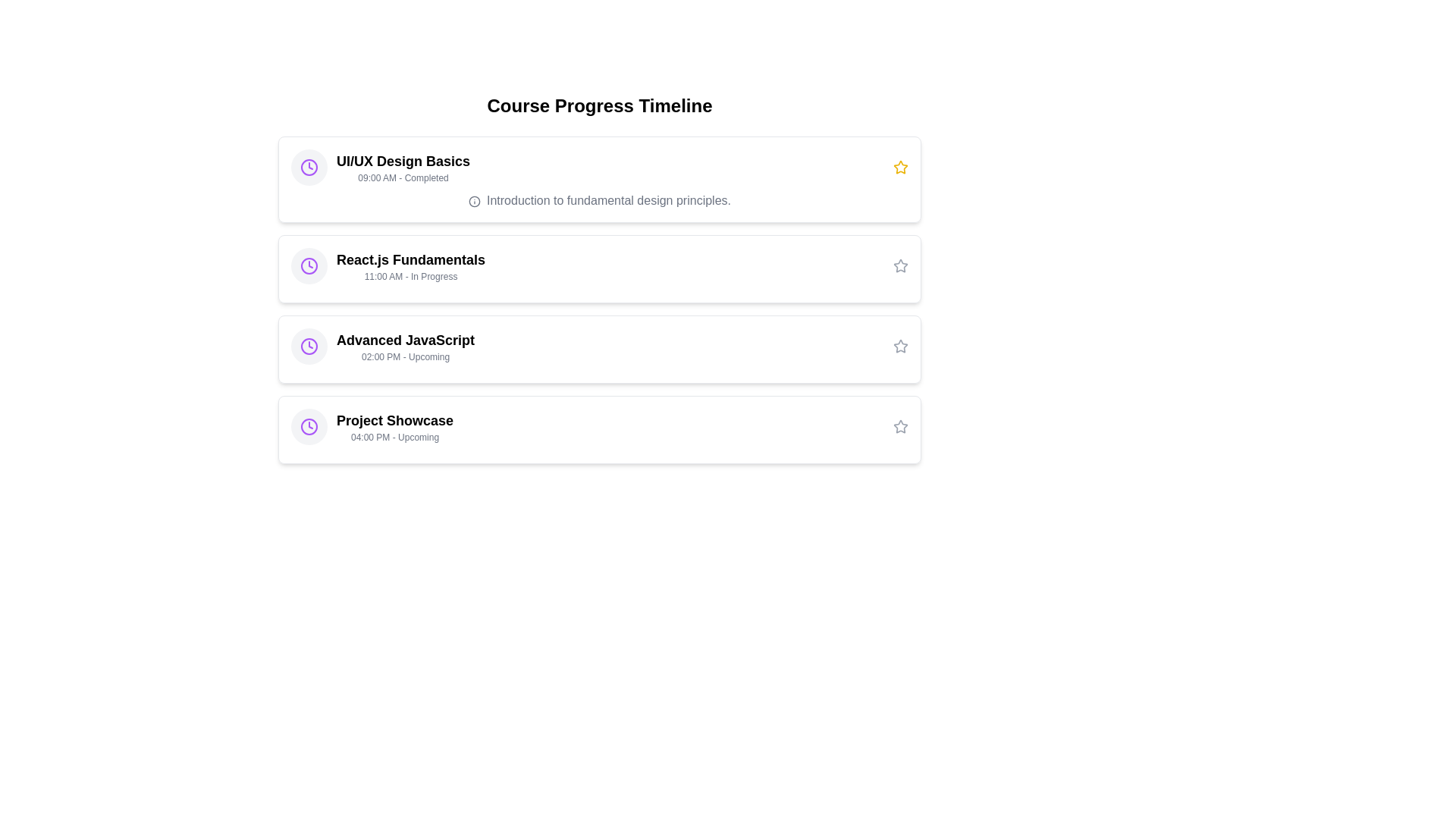 The width and height of the screenshot is (1456, 819). I want to click on the Text Display element that shows 'React.js Fundamentals' and '11:00 AM - In Progress', which is the second item in the course list, so click(411, 265).